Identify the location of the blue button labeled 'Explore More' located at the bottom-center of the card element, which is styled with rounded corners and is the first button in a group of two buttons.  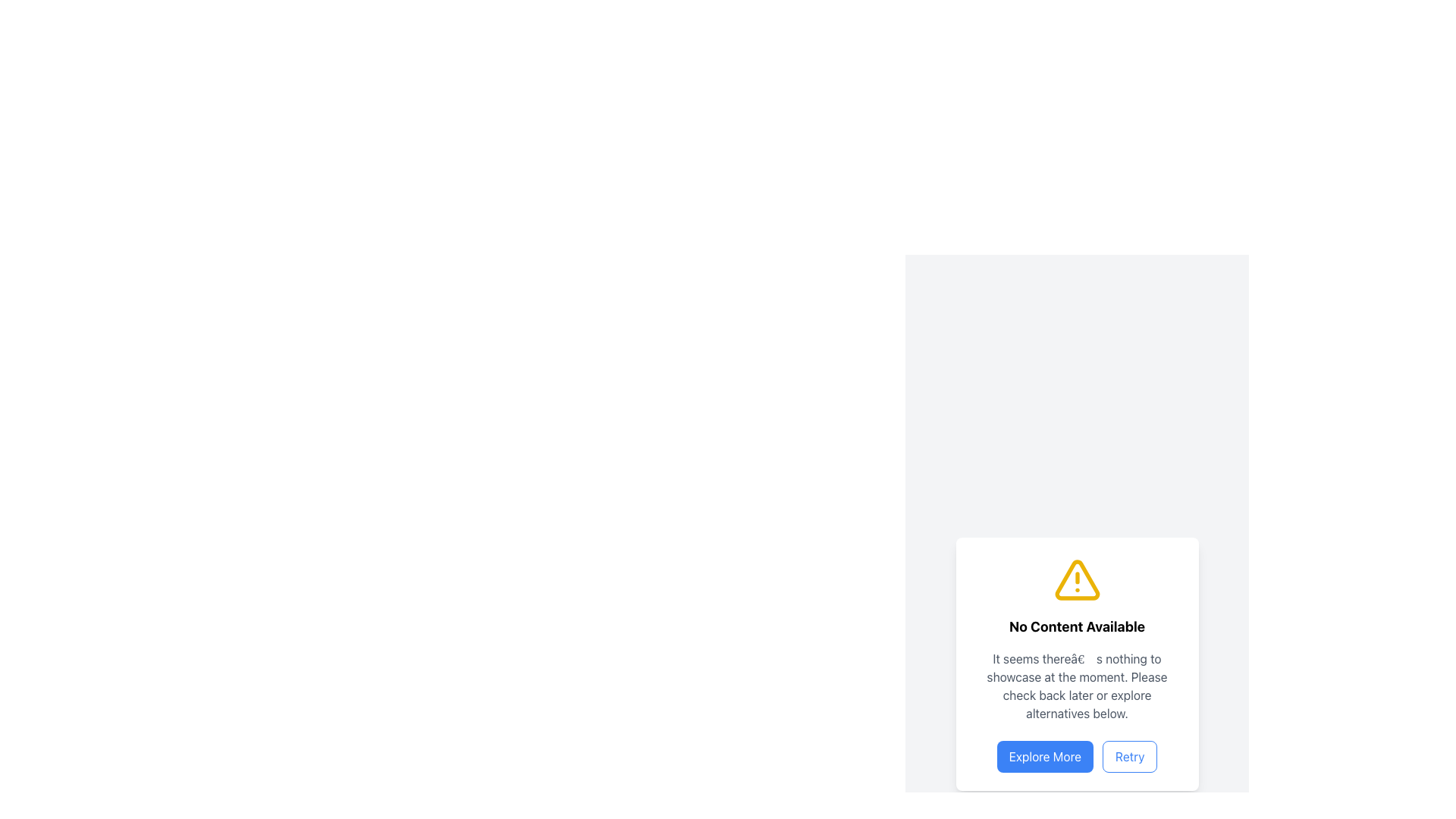
(1044, 757).